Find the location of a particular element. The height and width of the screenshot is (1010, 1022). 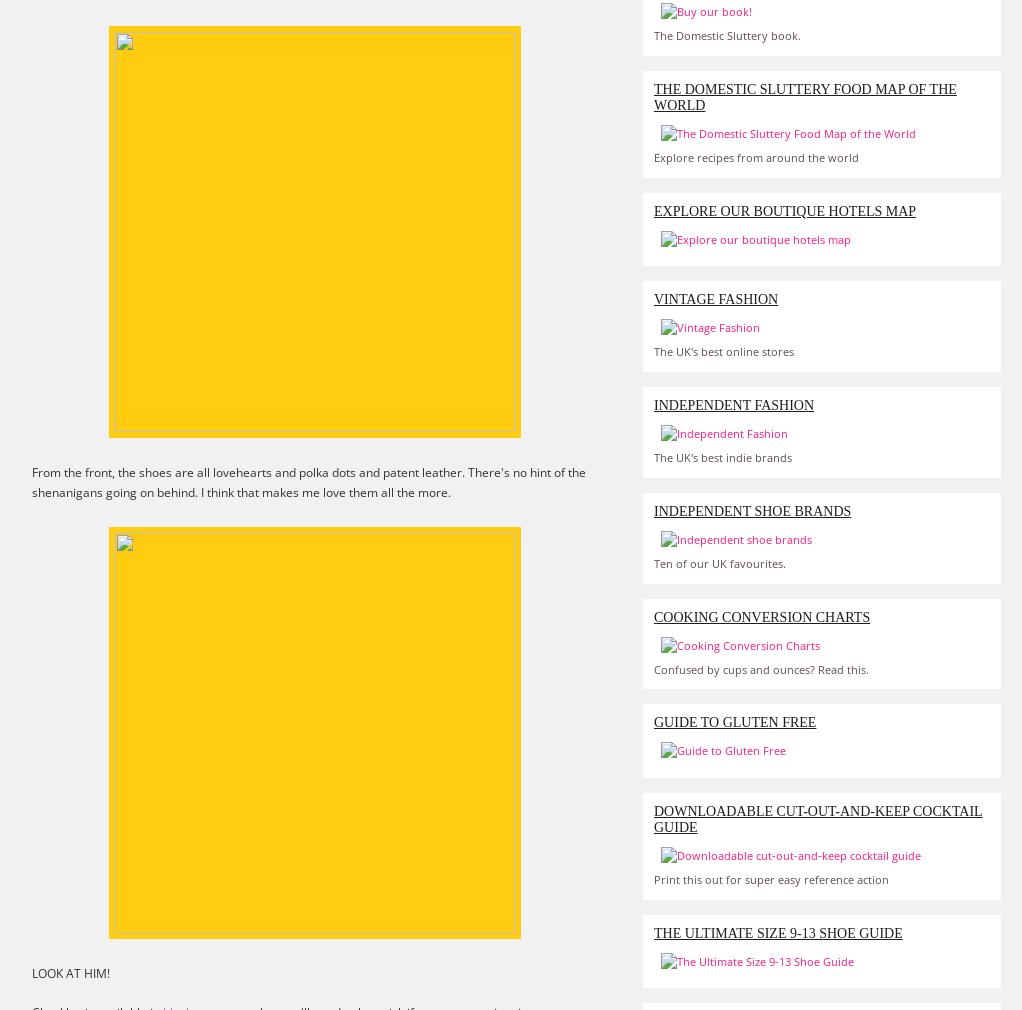

'Confused by cups and ounces? Read this.' is located at coordinates (760, 667).